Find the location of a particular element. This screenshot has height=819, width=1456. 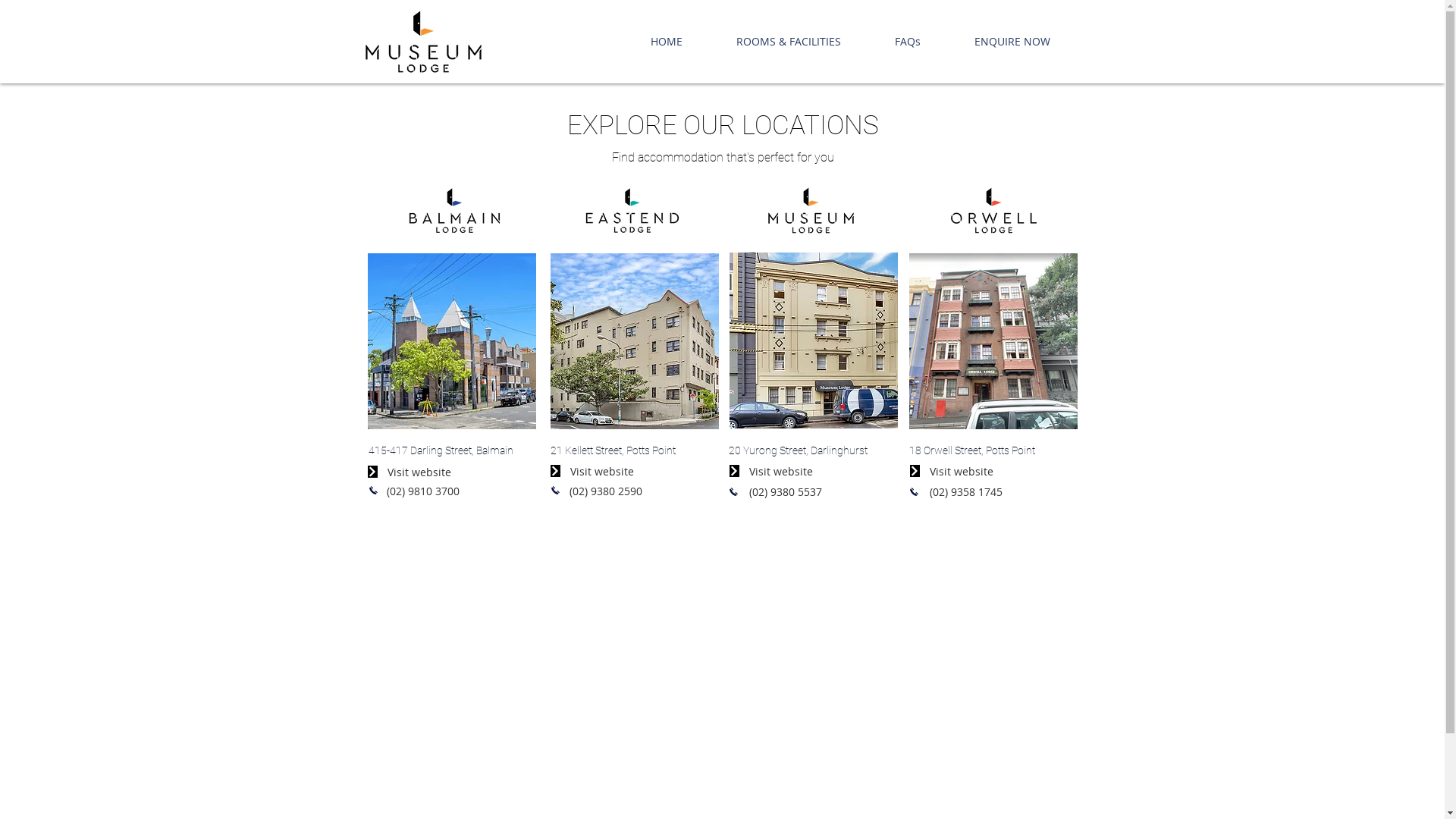

'Eastend-Lodge-Pos.png' is located at coordinates (632, 209).